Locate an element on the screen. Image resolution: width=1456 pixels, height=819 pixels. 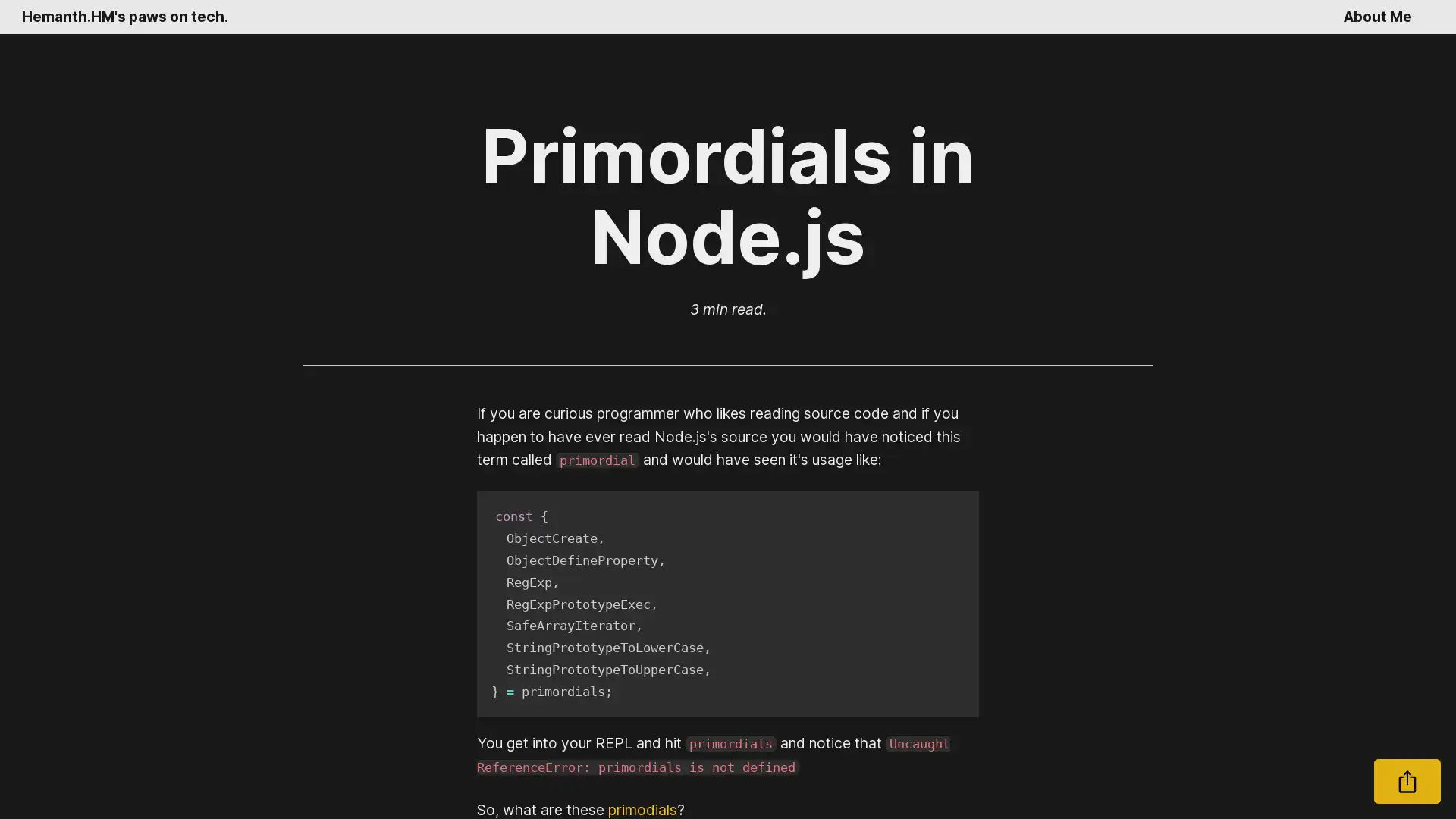
Share is located at coordinates (1407, 781).